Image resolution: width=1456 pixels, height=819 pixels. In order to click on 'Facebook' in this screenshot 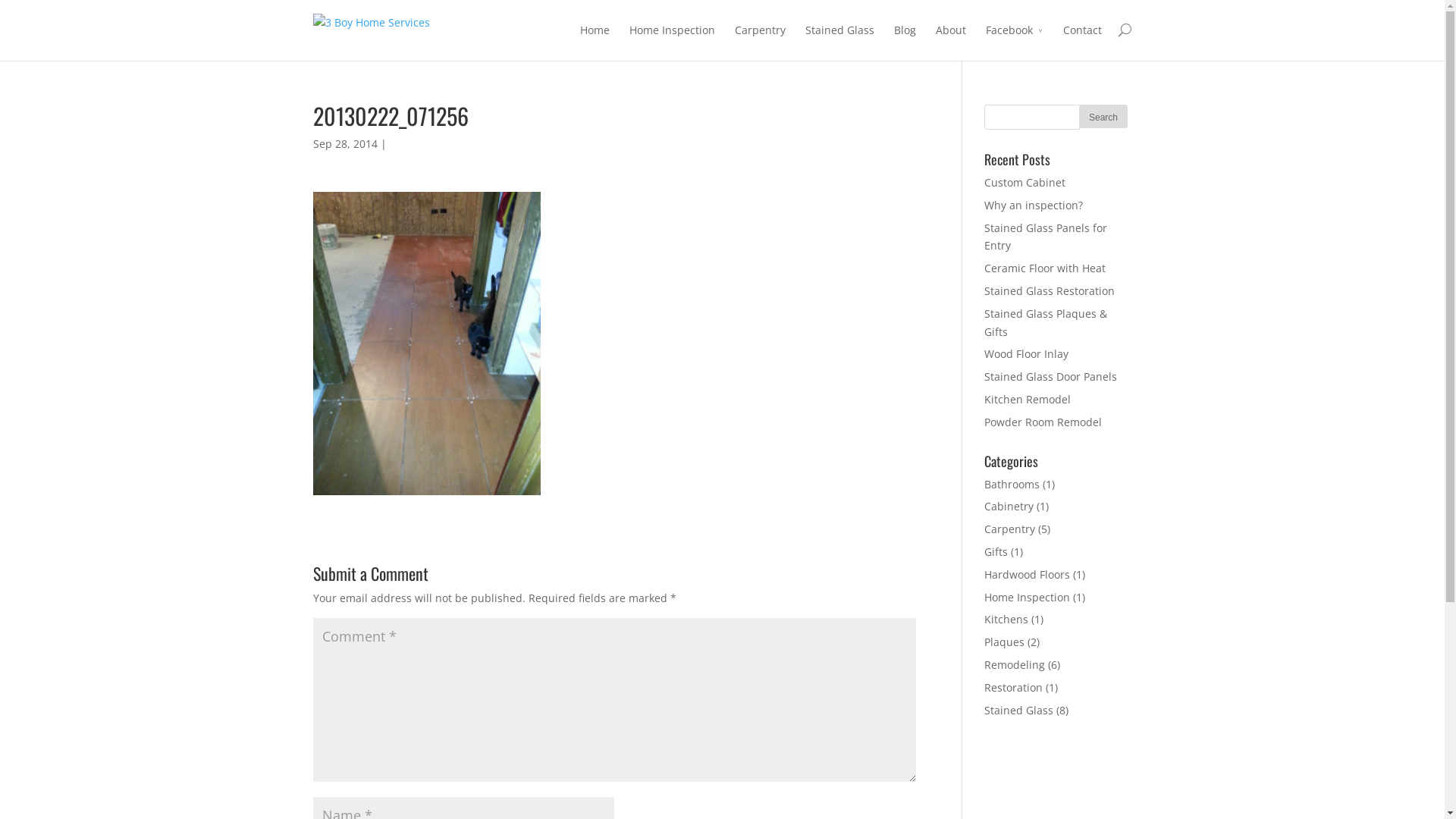, I will do `click(1015, 40)`.